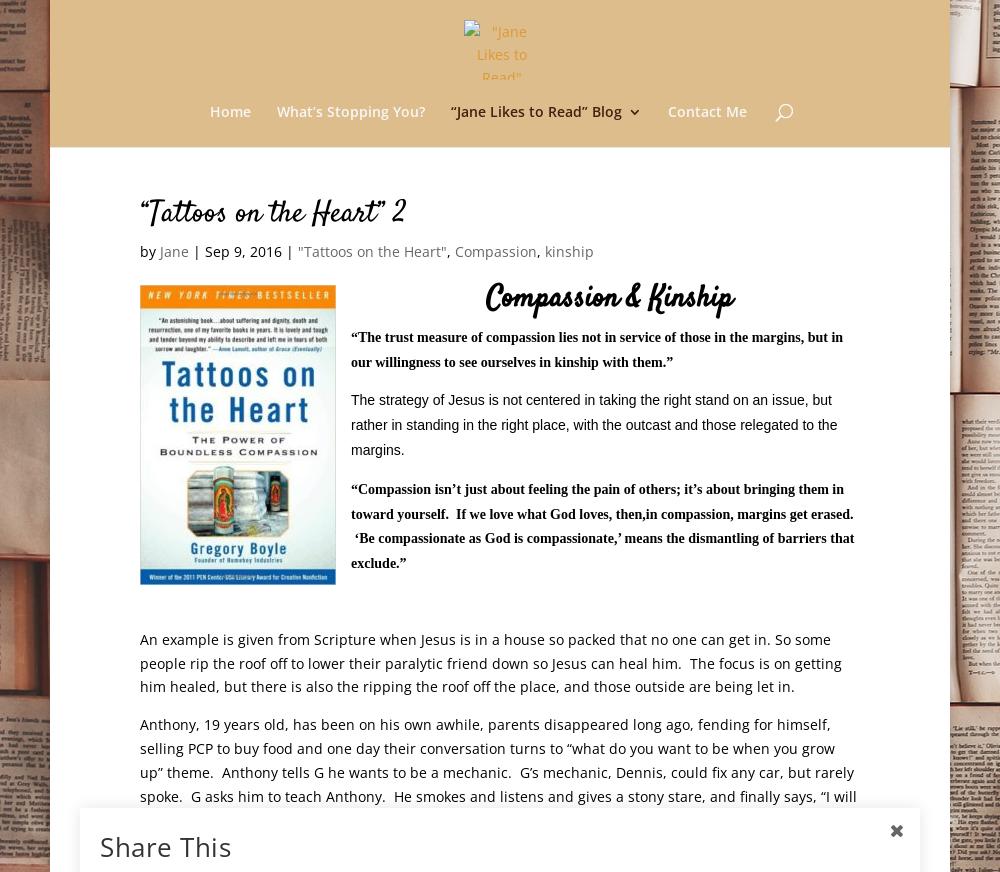 The width and height of the screenshot is (1000, 872). What do you see at coordinates (552, 377) in the screenshot?
I see `'Tell a Better Story'` at bounding box center [552, 377].